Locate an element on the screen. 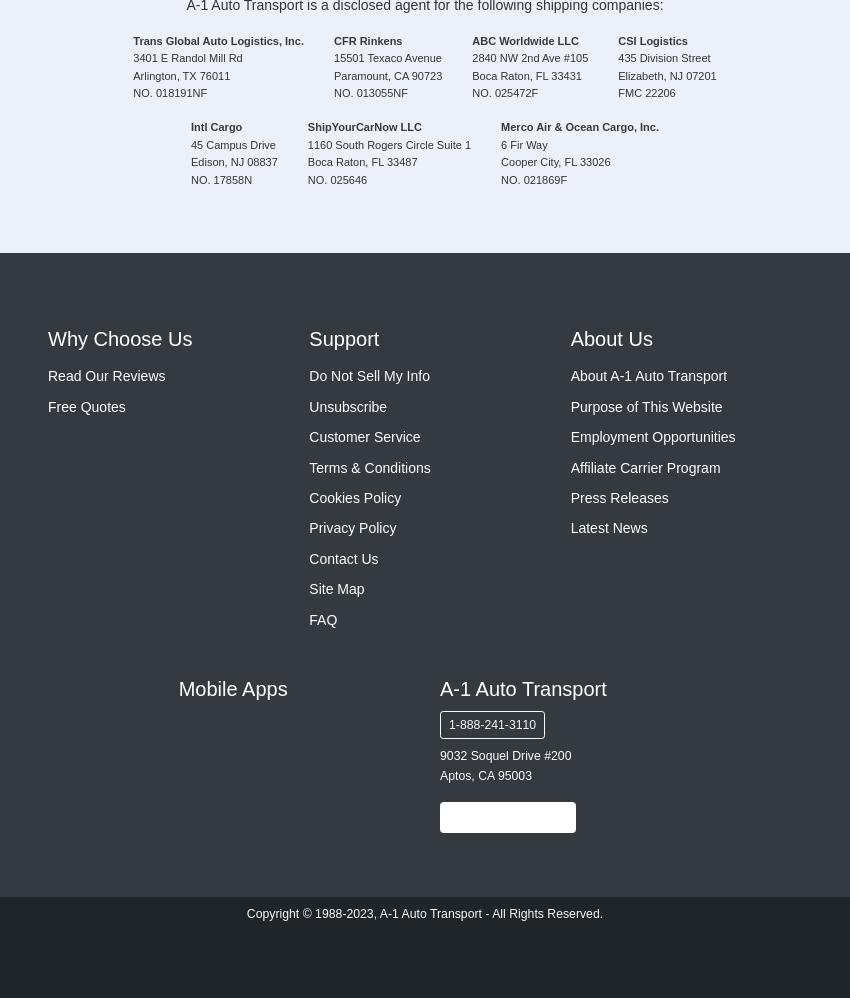  'Purpose of This Website' is located at coordinates (646, 405).